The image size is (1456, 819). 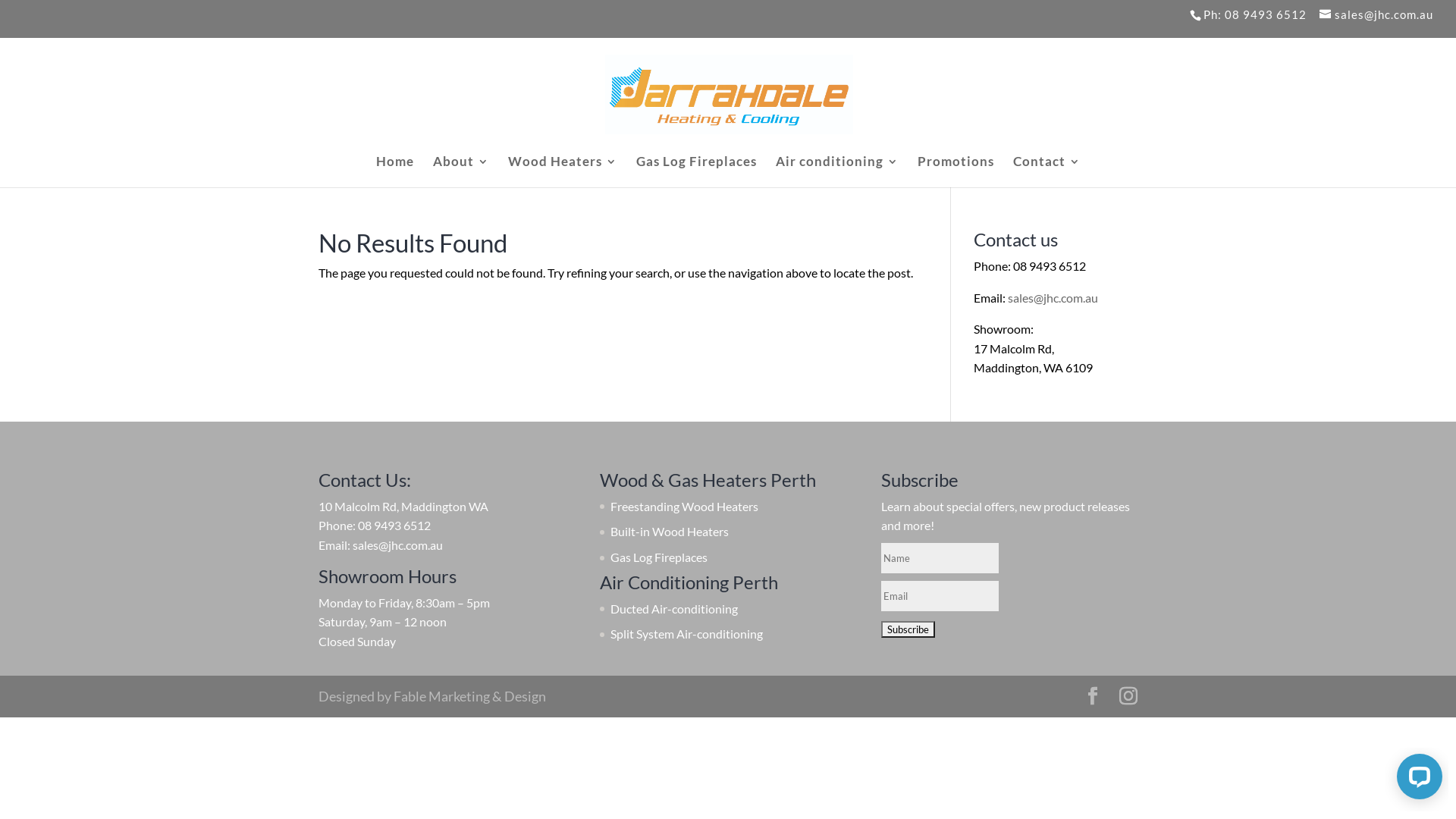 I want to click on 'Wood Heaters', so click(x=562, y=171).